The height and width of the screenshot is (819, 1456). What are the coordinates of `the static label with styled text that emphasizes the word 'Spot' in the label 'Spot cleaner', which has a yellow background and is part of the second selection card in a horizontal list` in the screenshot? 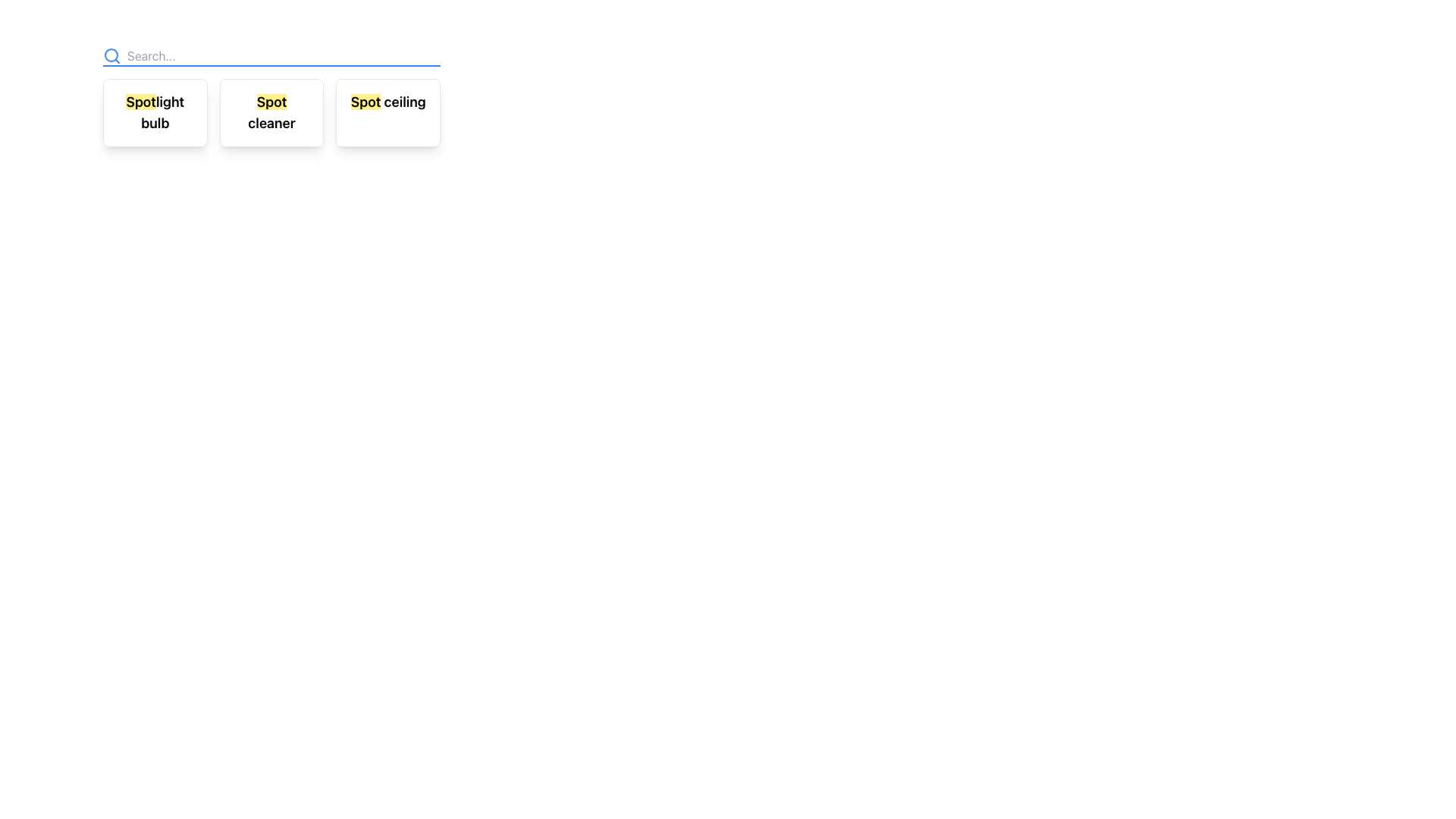 It's located at (271, 102).